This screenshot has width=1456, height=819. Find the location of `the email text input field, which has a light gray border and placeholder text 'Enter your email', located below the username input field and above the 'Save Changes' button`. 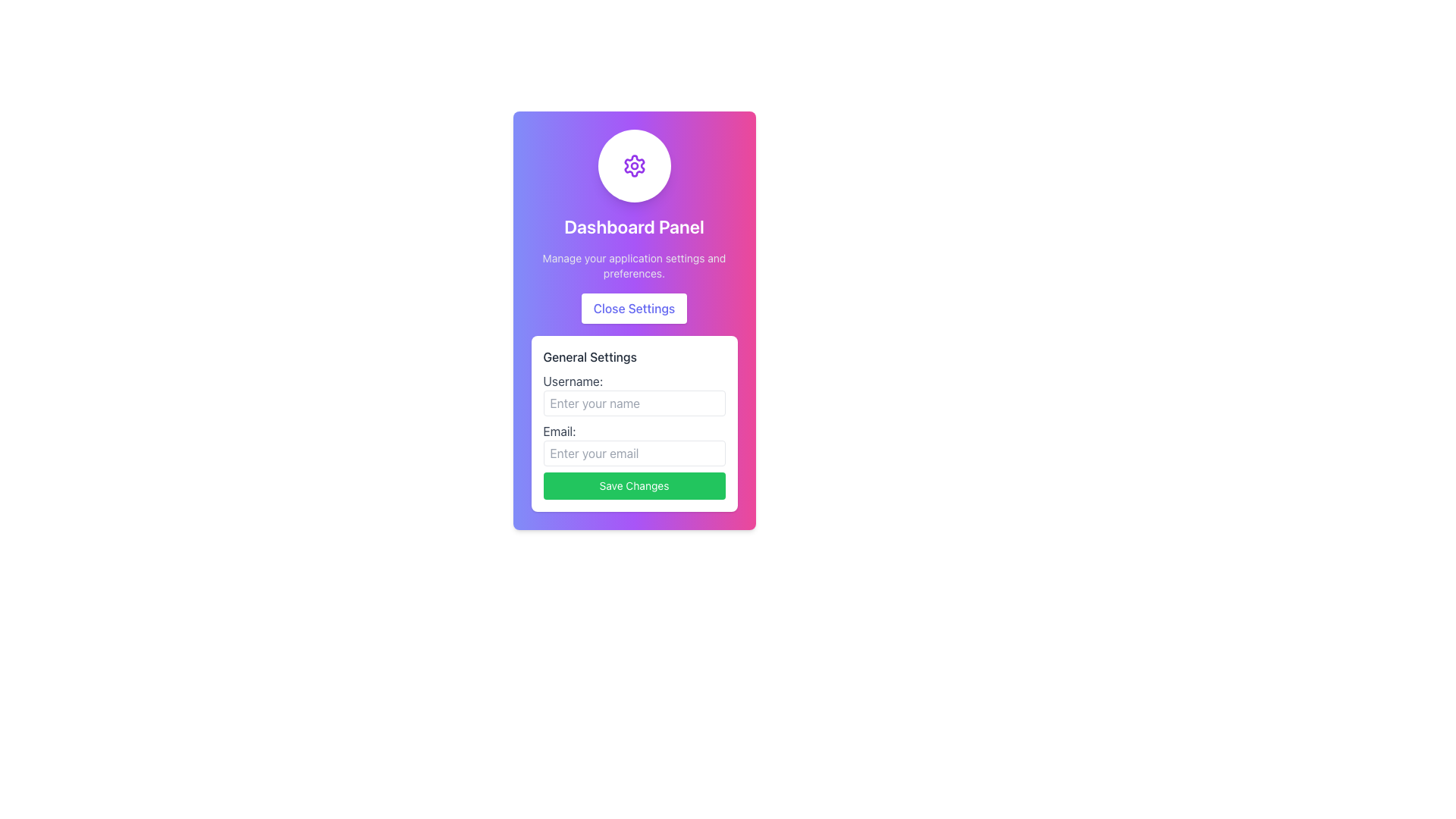

the email text input field, which has a light gray border and placeholder text 'Enter your email', located below the username input field and above the 'Save Changes' button is located at coordinates (634, 452).